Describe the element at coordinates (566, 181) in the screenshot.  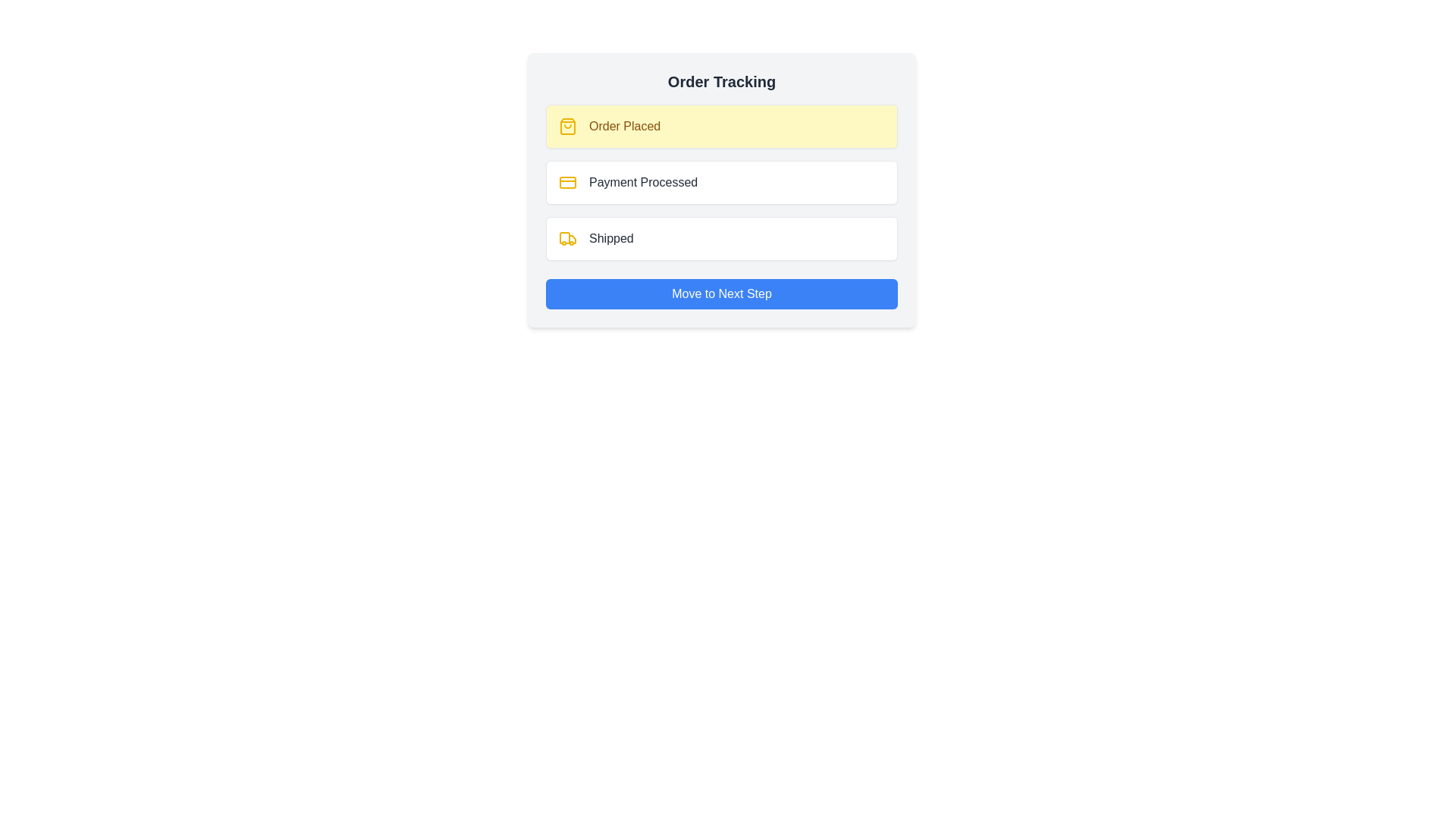
I see `the payment stage icon located on the left side of the 'Payment Processed' list item within the 'Order Tracking' section` at that location.